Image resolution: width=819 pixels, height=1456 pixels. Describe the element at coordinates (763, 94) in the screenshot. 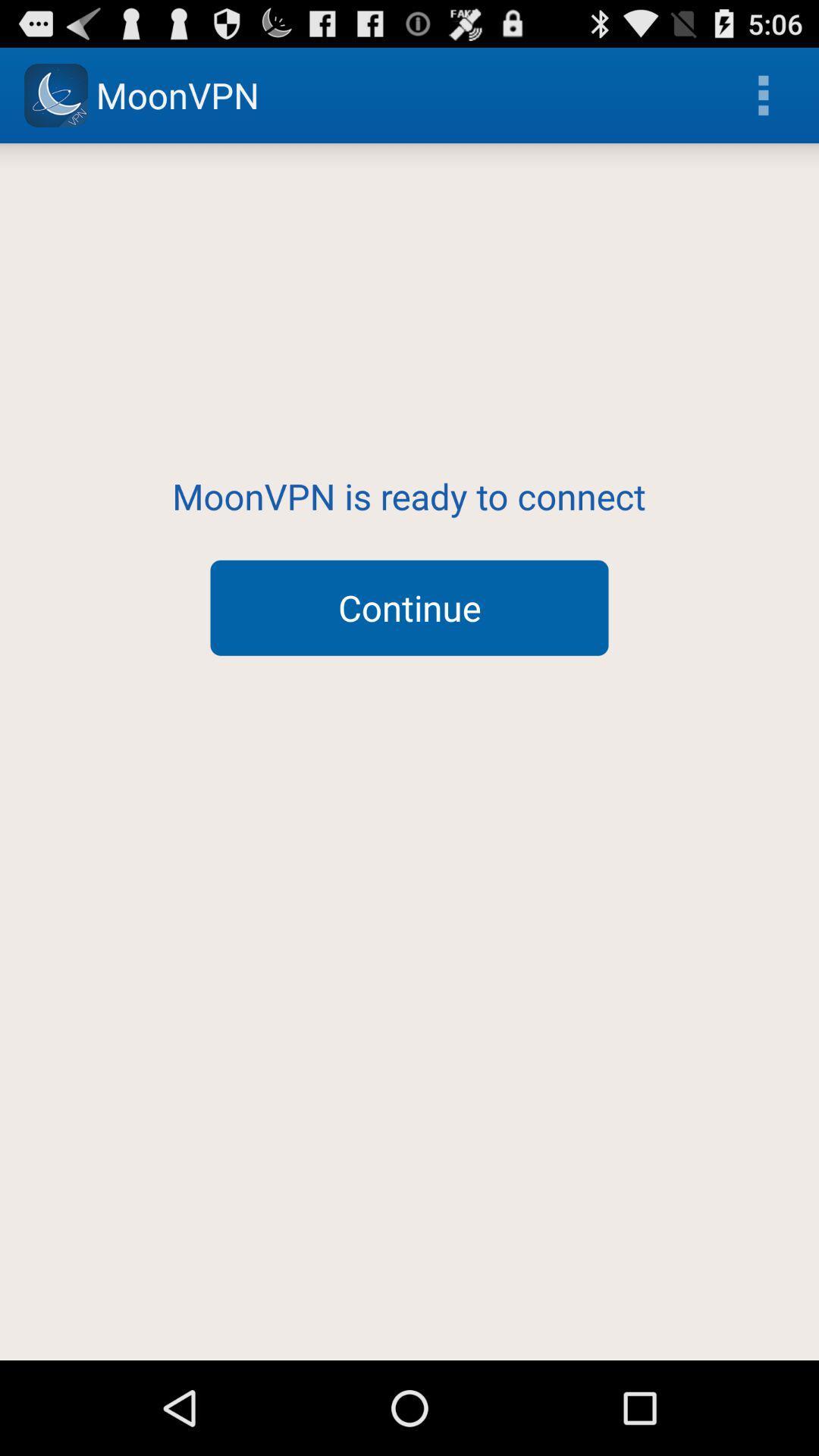

I see `item to the right of moonvpn icon` at that location.